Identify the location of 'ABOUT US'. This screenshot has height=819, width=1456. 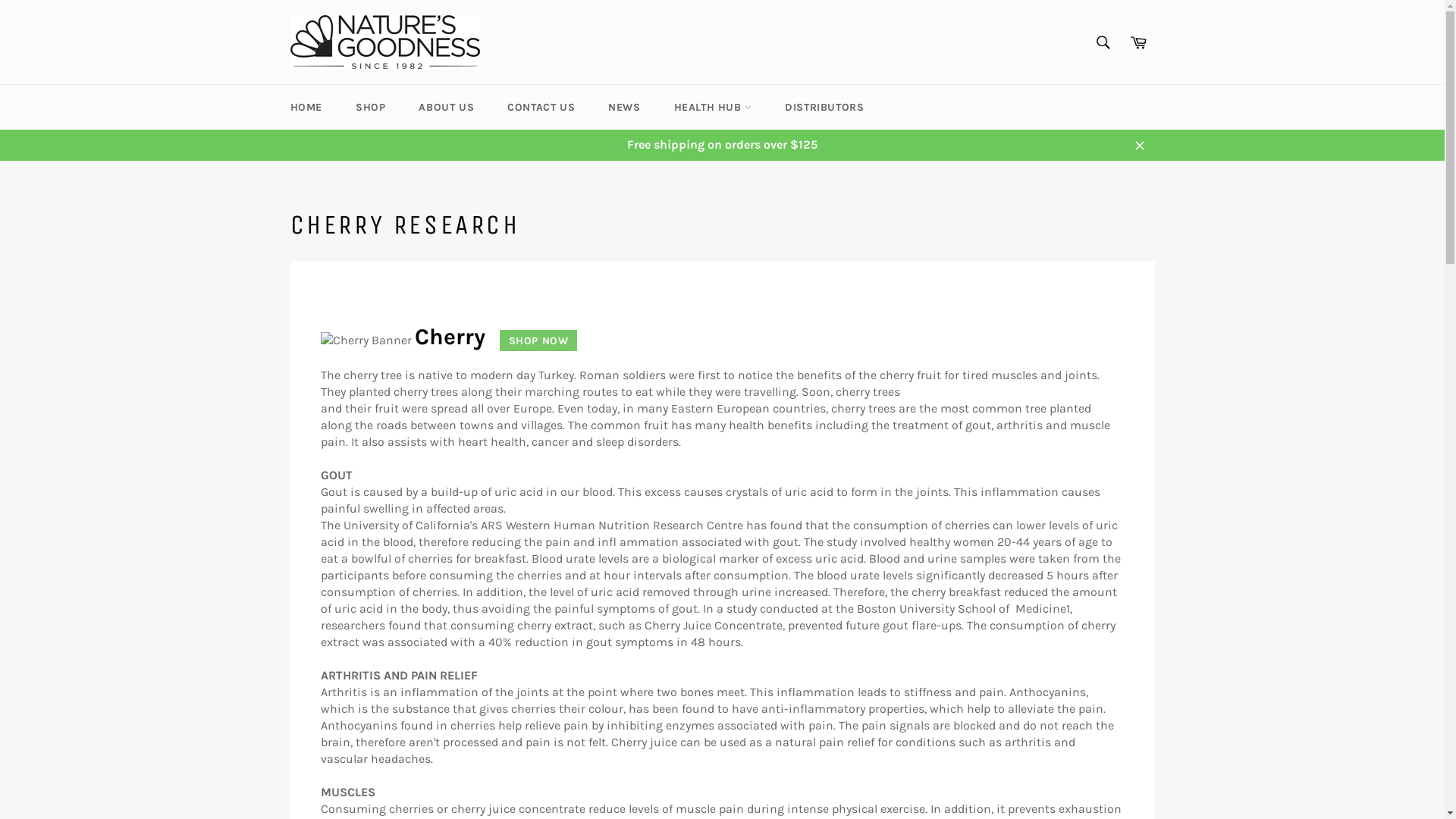
(445, 106).